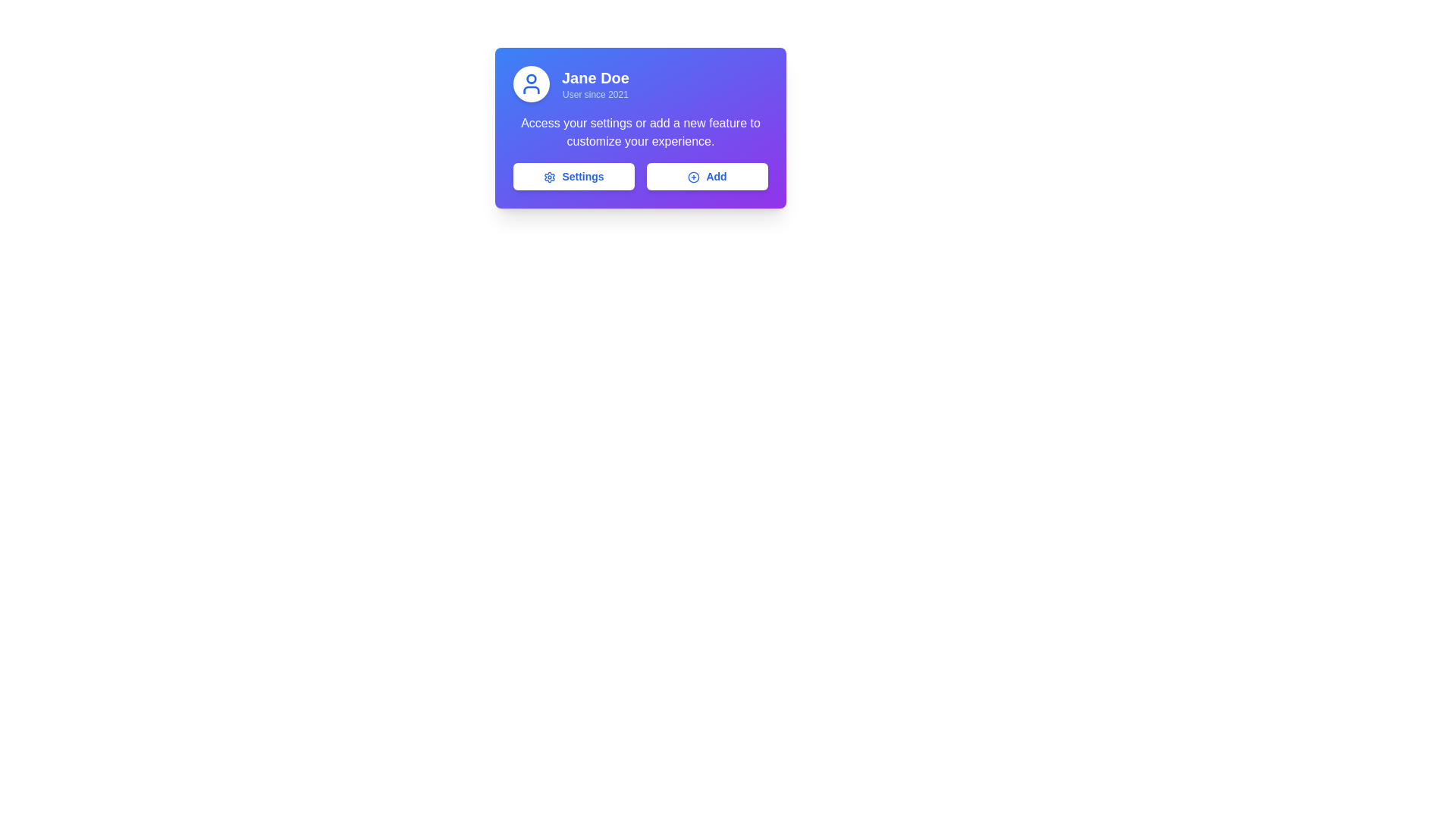 This screenshot has height=819, width=1456. Describe the element at coordinates (640, 131) in the screenshot. I see `informational text element located below the user name and status line, above the buttons labeled 'Settings' and 'Add' in the card layout` at that location.